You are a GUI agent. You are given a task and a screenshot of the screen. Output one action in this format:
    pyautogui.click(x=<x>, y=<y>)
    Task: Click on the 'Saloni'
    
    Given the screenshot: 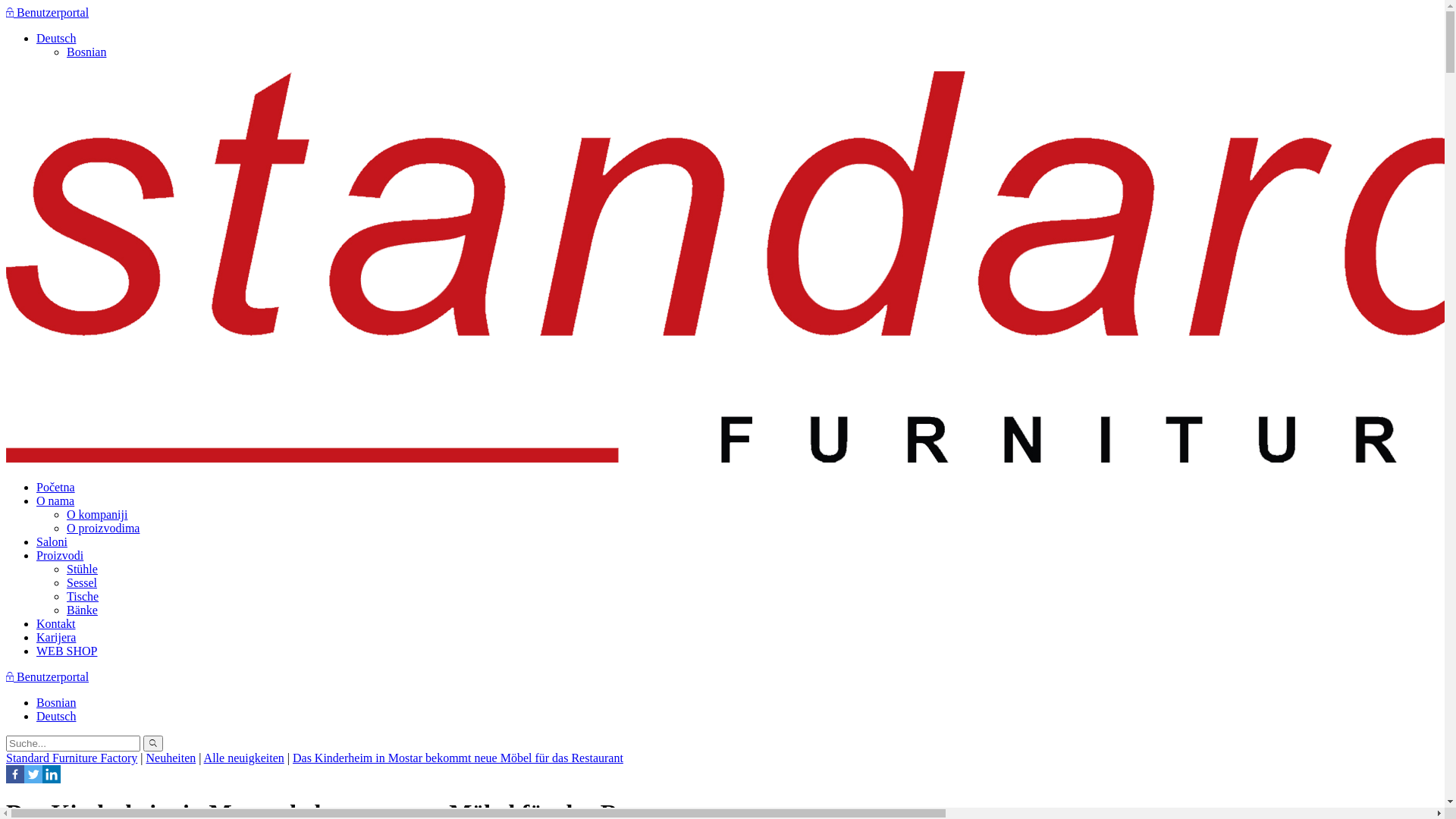 What is the action you would take?
    pyautogui.click(x=36, y=541)
    